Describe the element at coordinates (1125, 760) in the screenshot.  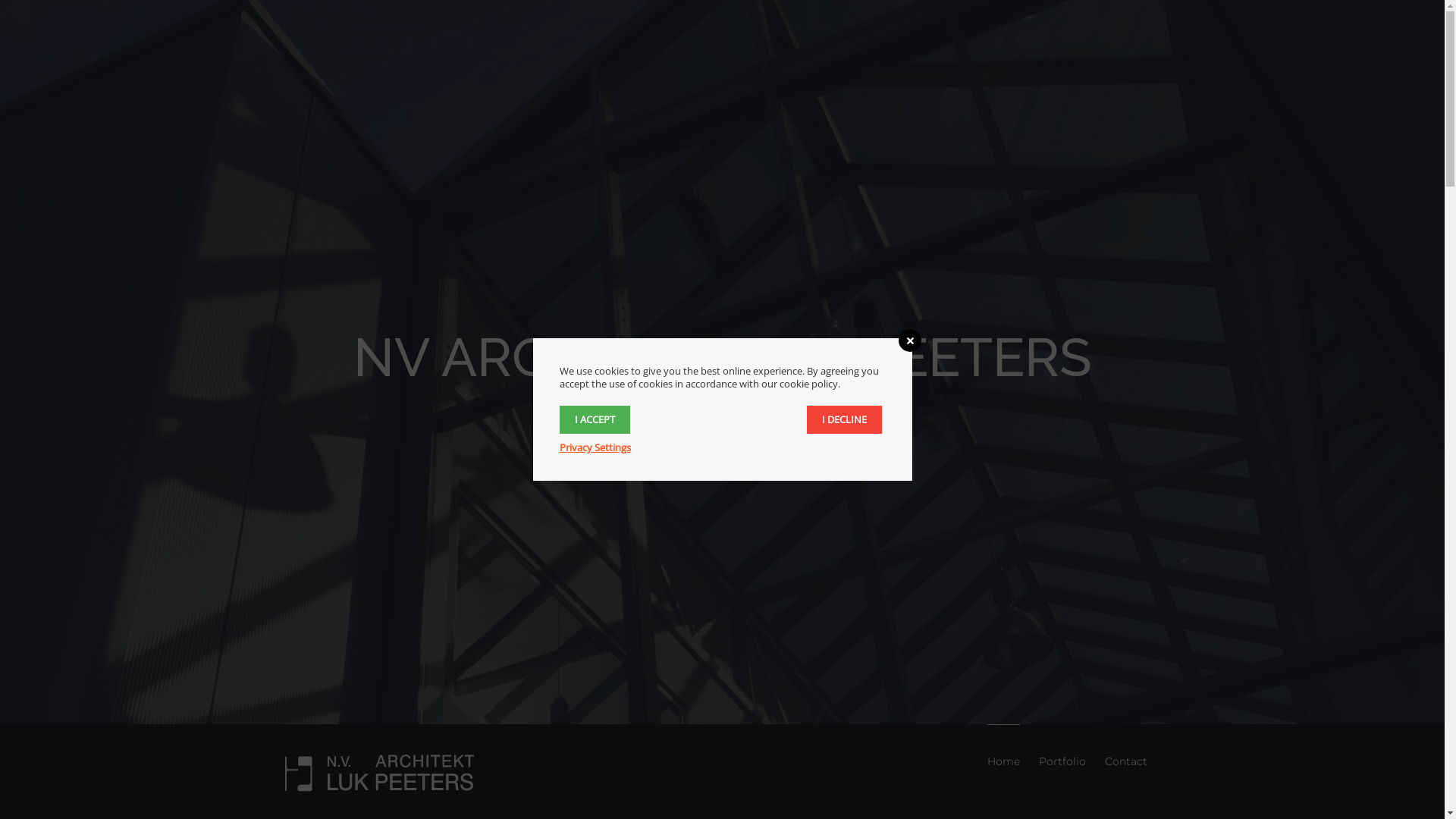
I see `'Contact'` at that location.